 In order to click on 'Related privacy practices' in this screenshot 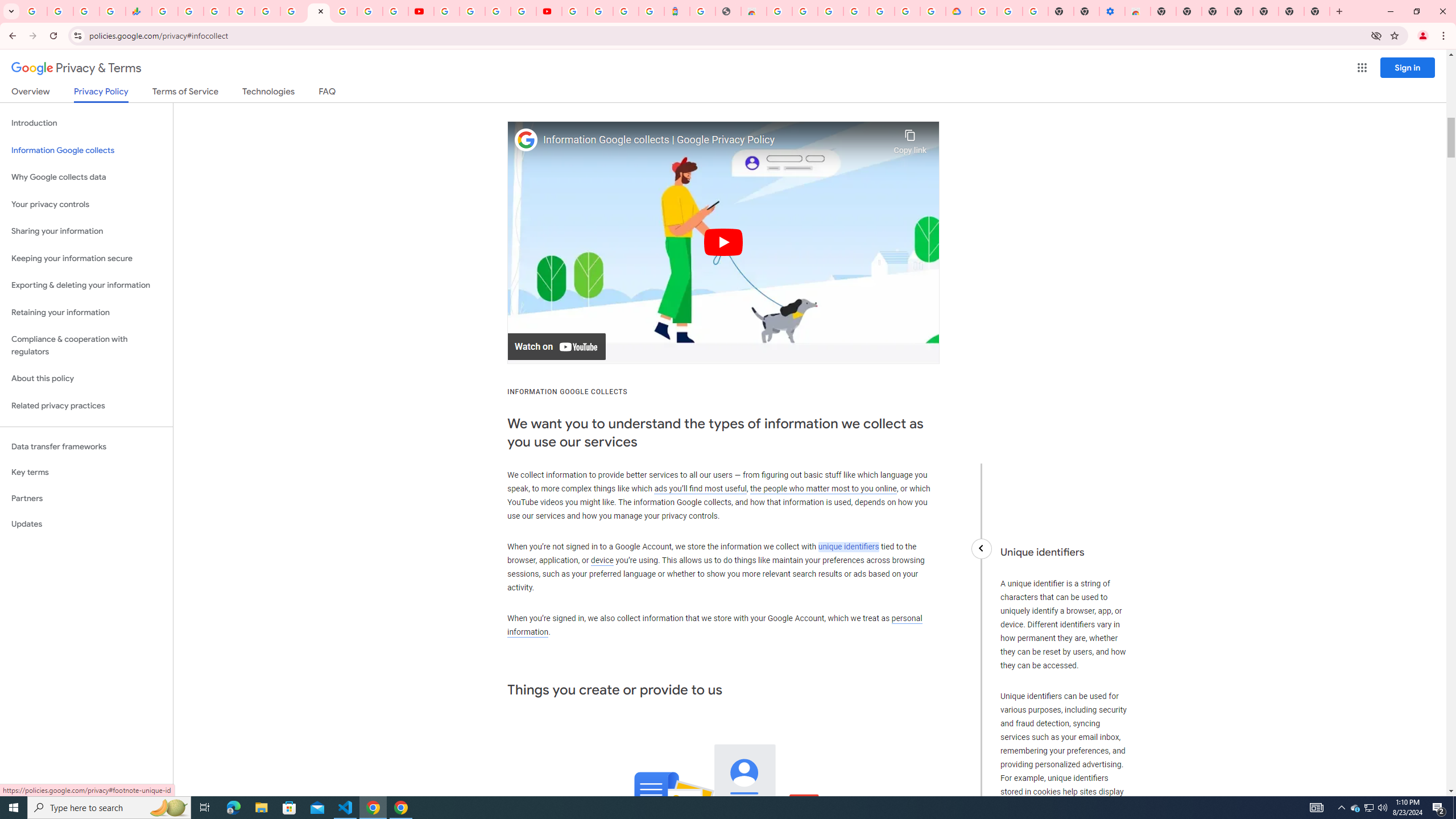, I will do `click(86, 405)`.